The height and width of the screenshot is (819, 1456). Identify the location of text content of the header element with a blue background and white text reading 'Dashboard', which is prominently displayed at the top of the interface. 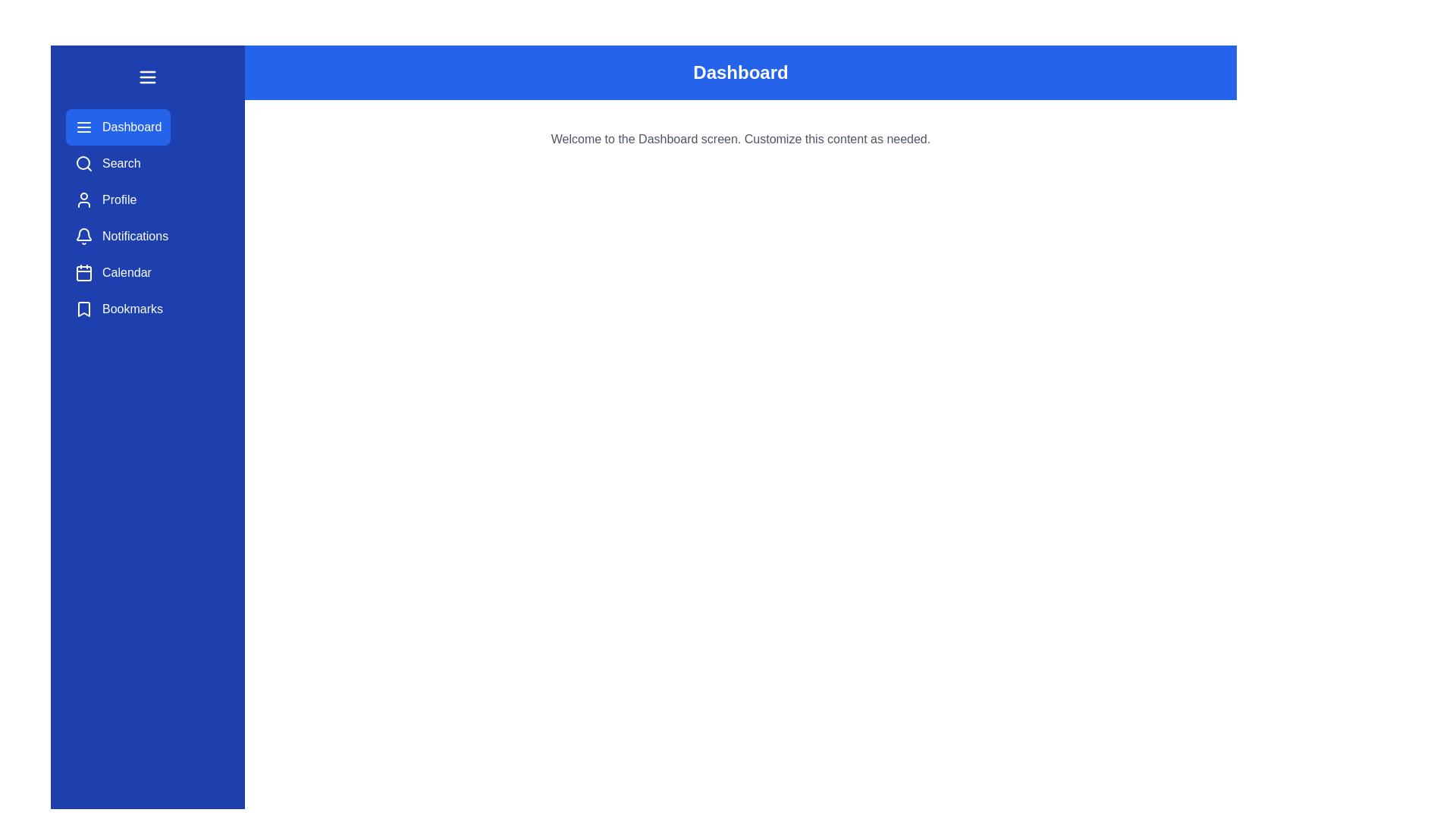
(741, 73).